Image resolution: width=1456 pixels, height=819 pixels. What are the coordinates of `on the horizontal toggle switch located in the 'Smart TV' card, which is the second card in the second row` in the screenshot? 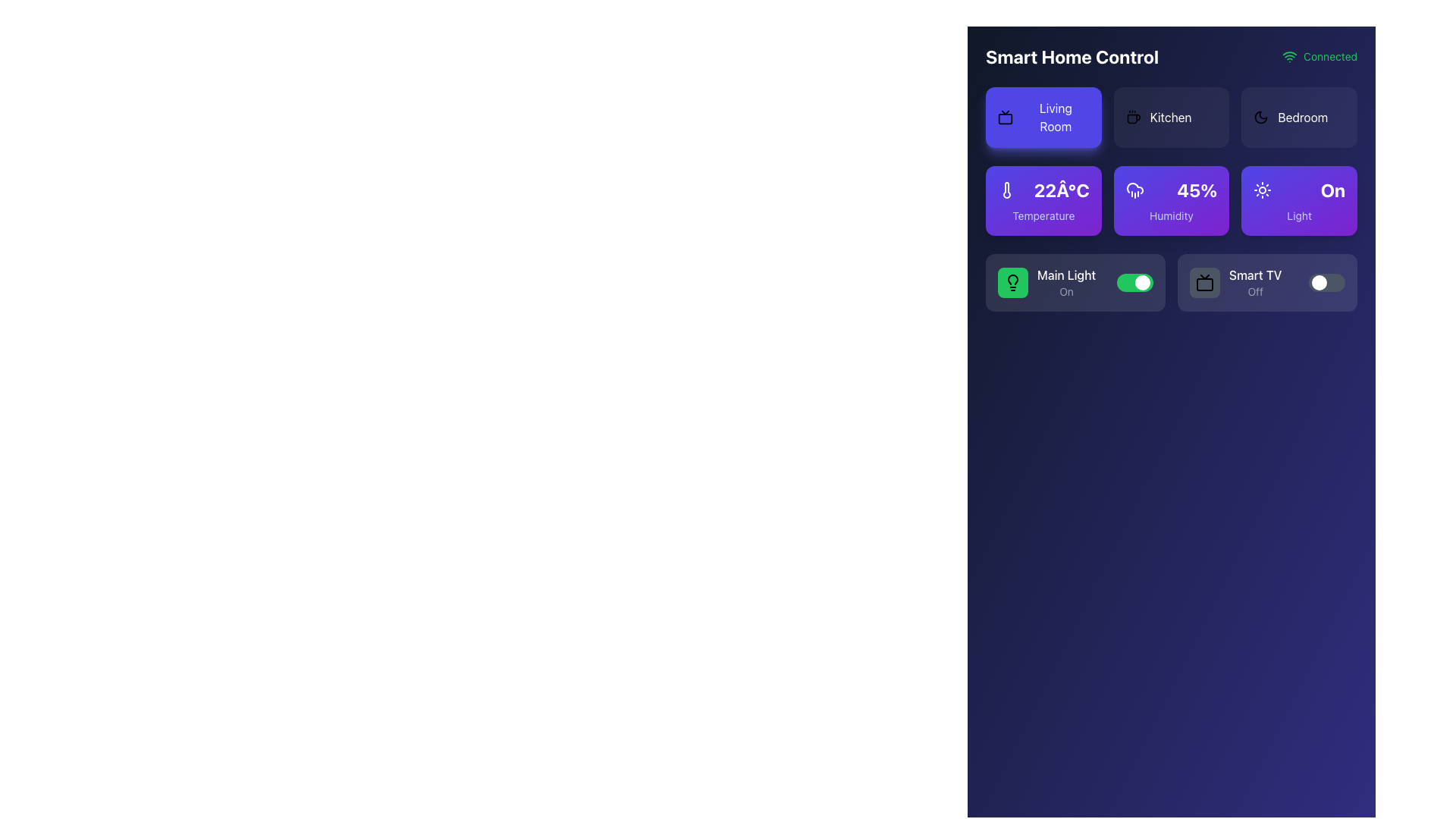 It's located at (1326, 283).